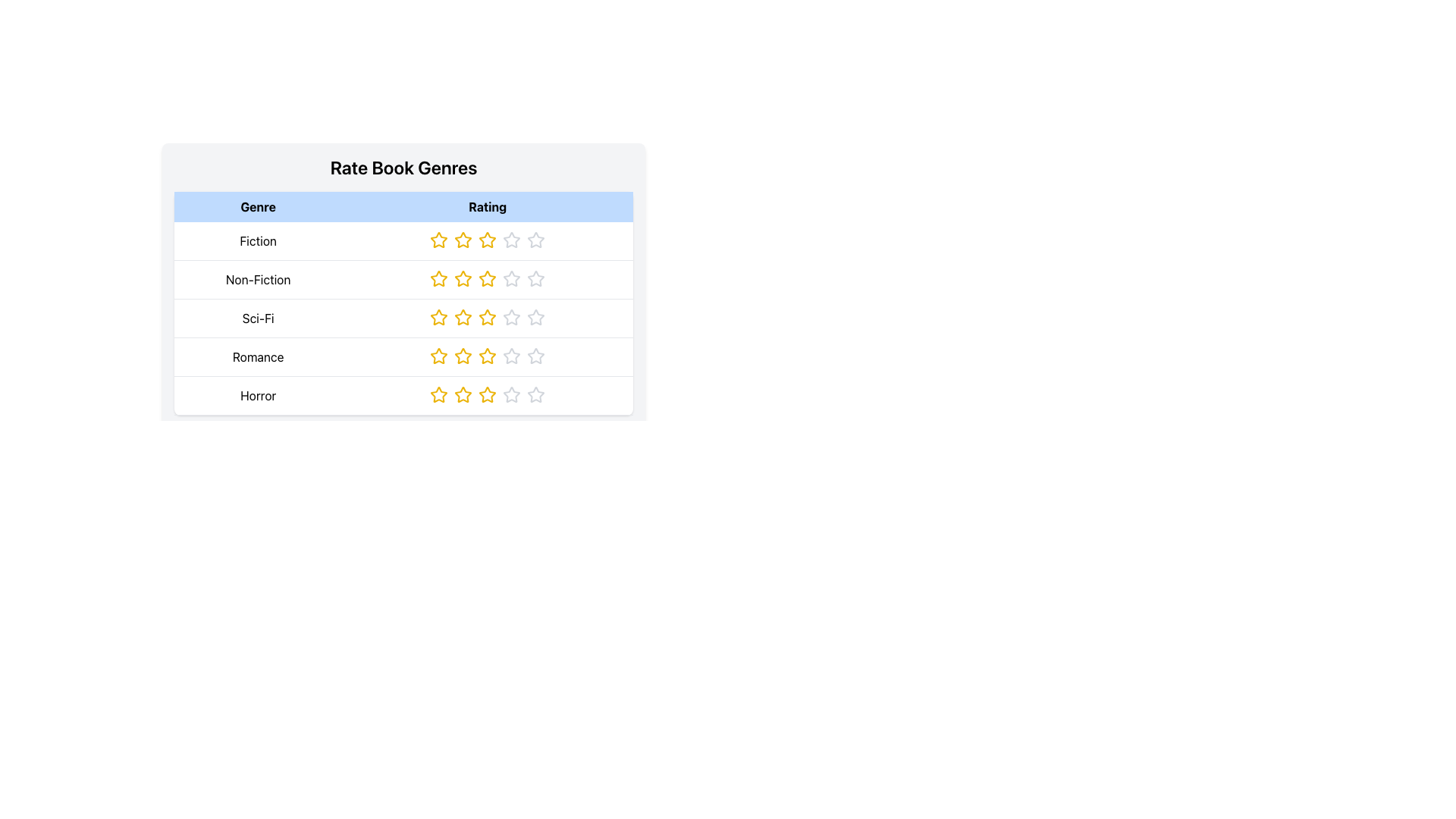 This screenshot has width=1456, height=819. What do you see at coordinates (488, 316) in the screenshot?
I see `the third SVG-based star icon in the rating interface for the Sci-Fi genre to adjust the rating` at bounding box center [488, 316].